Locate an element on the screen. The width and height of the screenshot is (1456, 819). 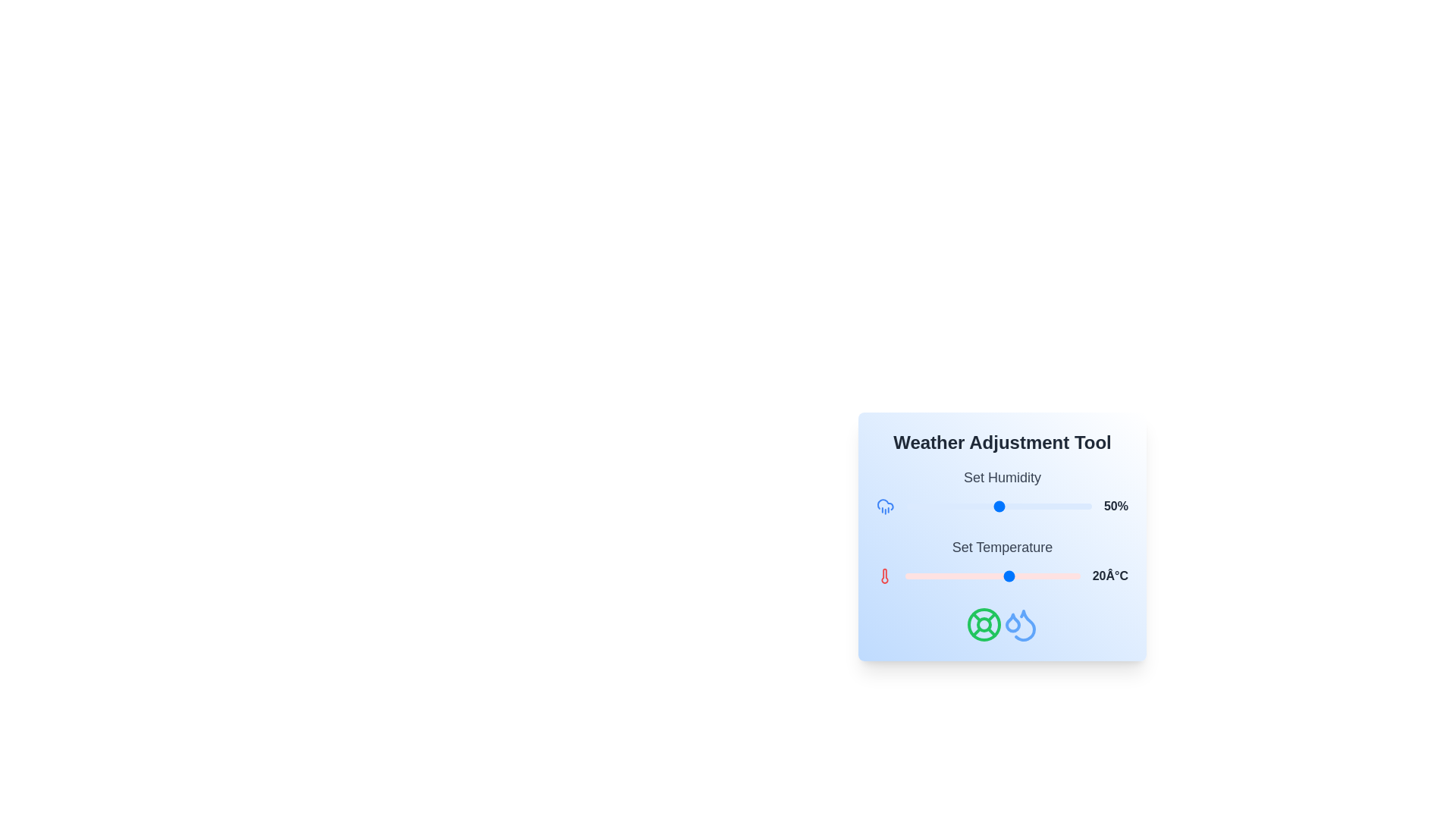
the humidity slider to 56% is located at coordinates (1010, 506).